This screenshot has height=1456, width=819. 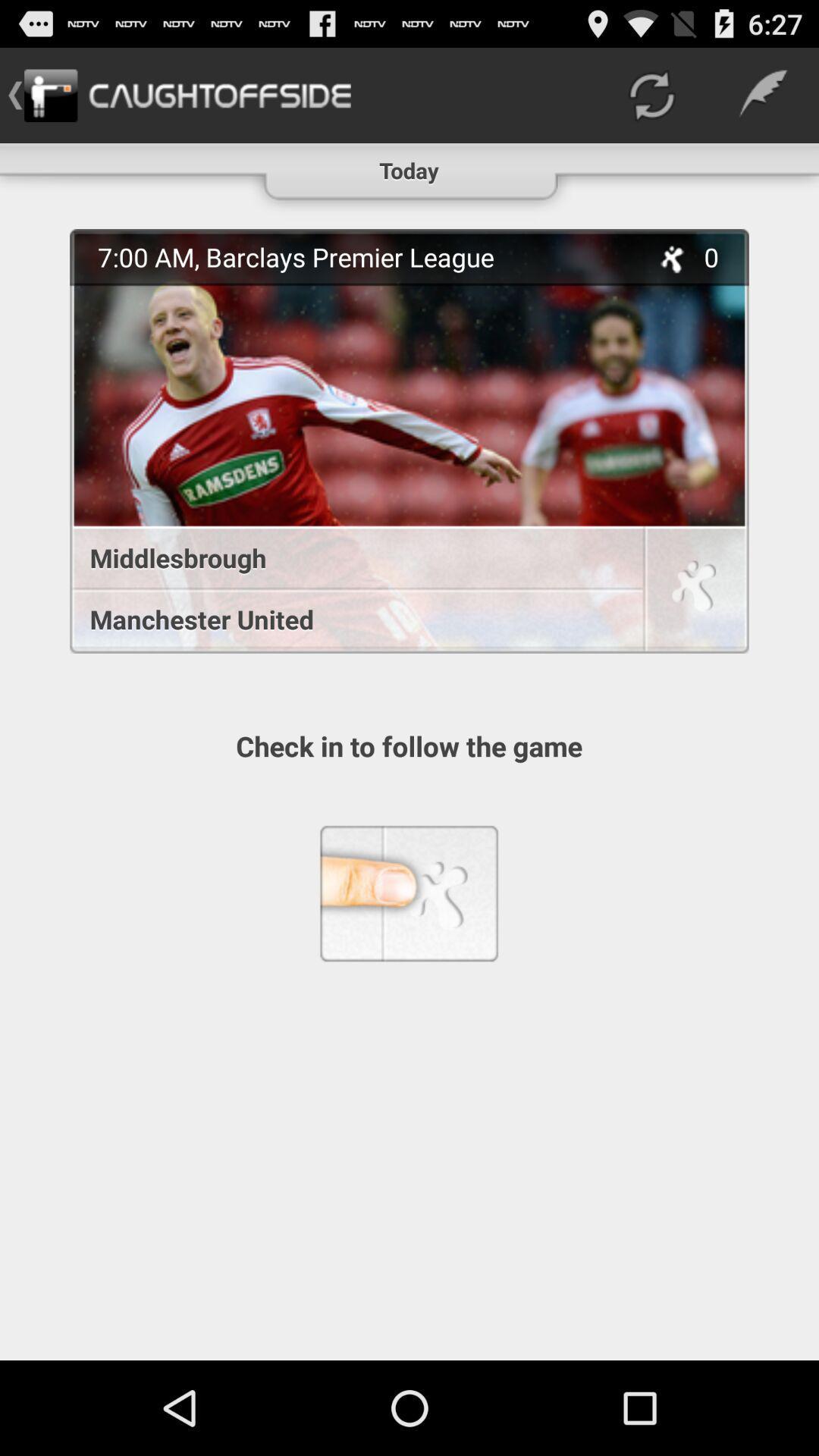 I want to click on item above the check in to item, so click(x=409, y=440).